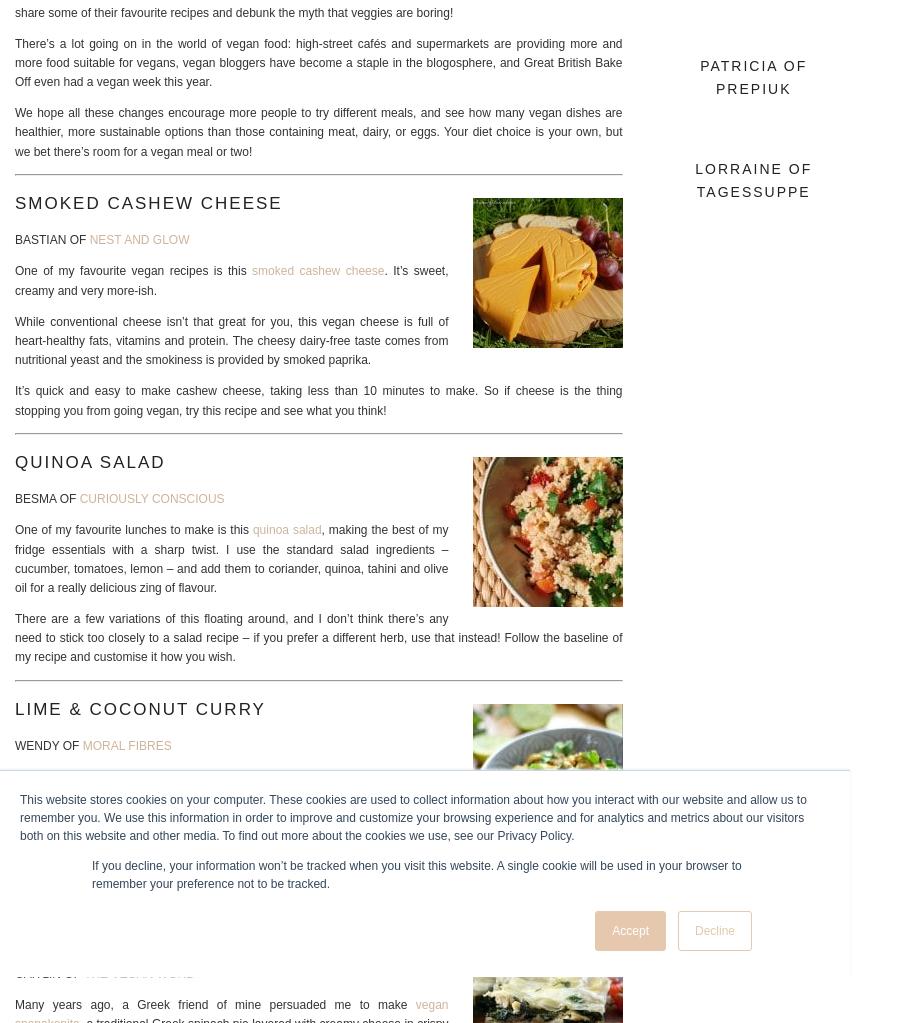 This screenshot has height=1023, width=898. Describe the element at coordinates (48, 972) in the screenshot. I see `'CAITLIN OF'` at that location.